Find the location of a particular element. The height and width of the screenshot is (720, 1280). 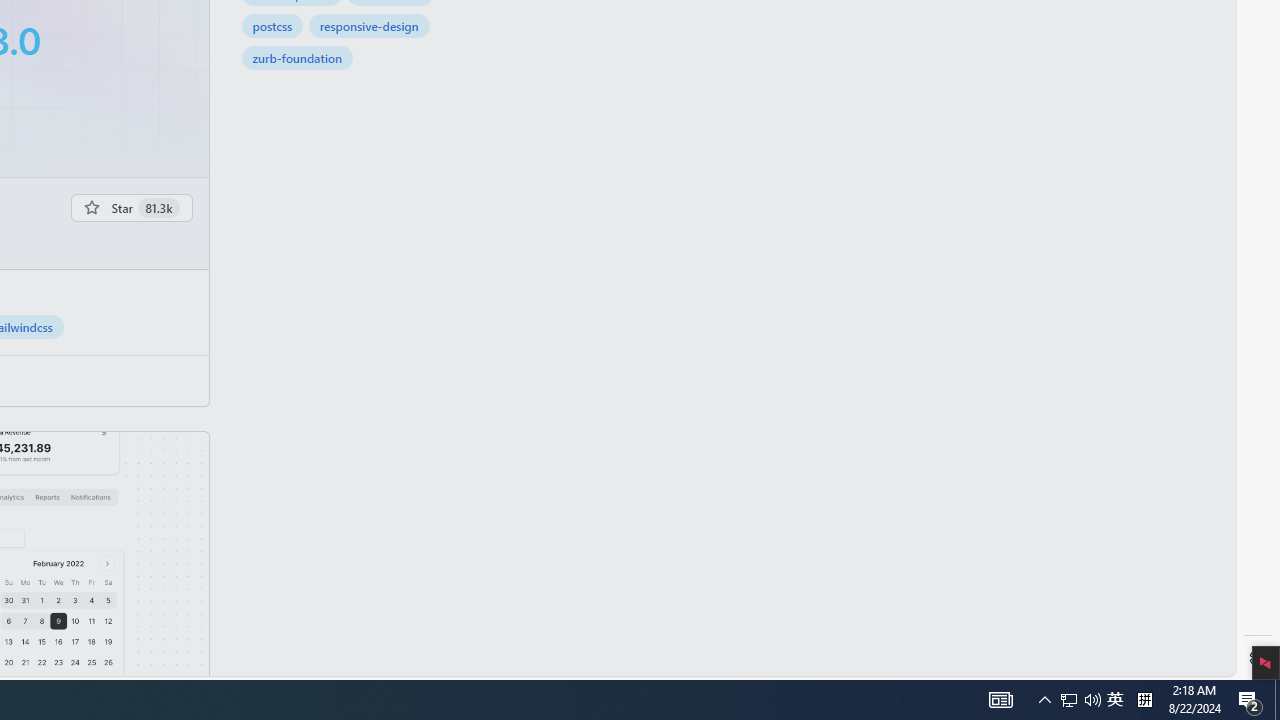

'zurb-foundation' is located at coordinates (296, 56).